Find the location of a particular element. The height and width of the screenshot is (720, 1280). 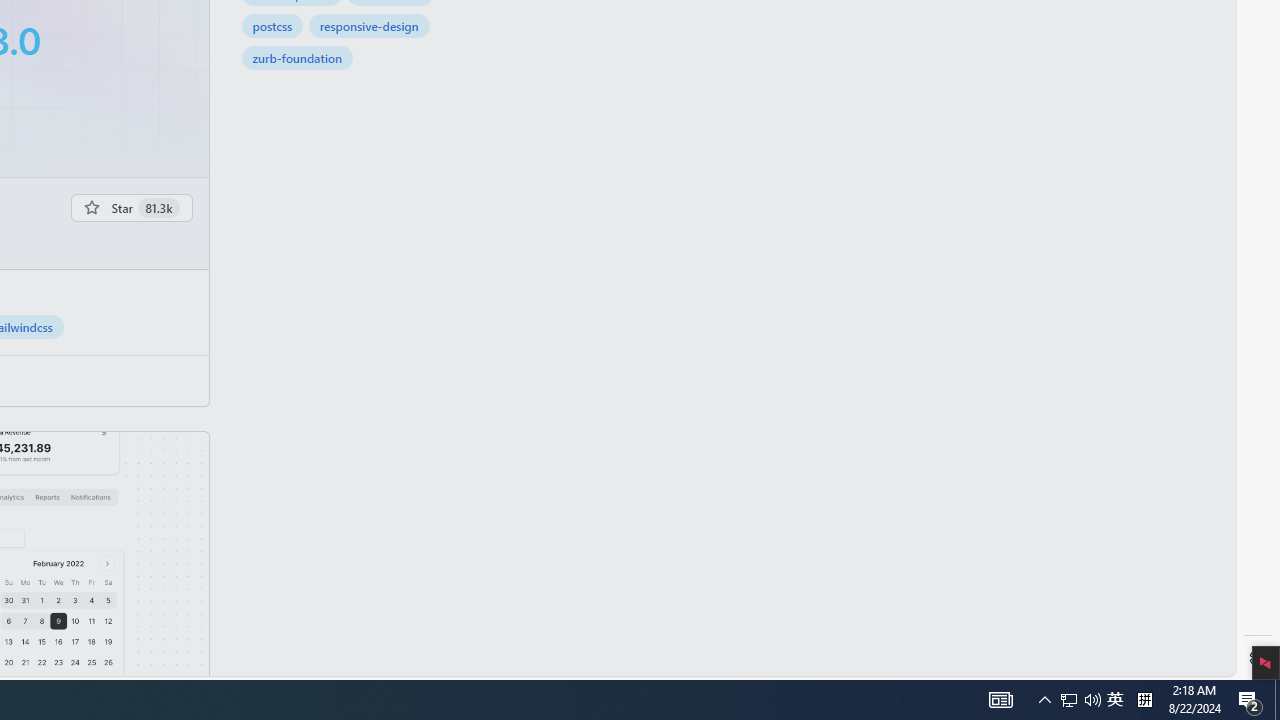

'zurb-foundation' is located at coordinates (296, 56).